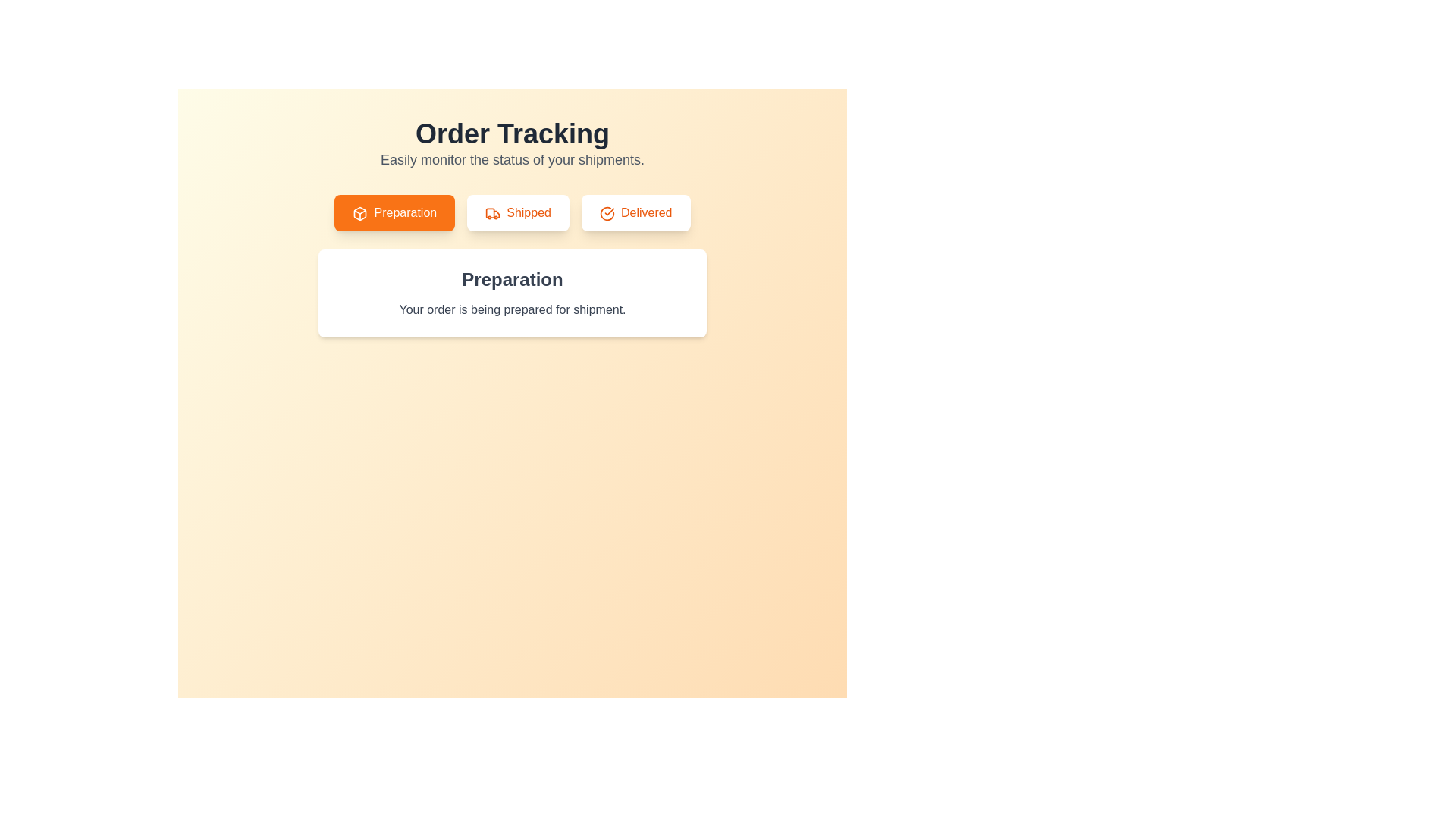 Image resolution: width=1456 pixels, height=819 pixels. Describe the element at coordinates (635, 213) in the screenshot. I see `the Delivered tab to view its content` at that location.